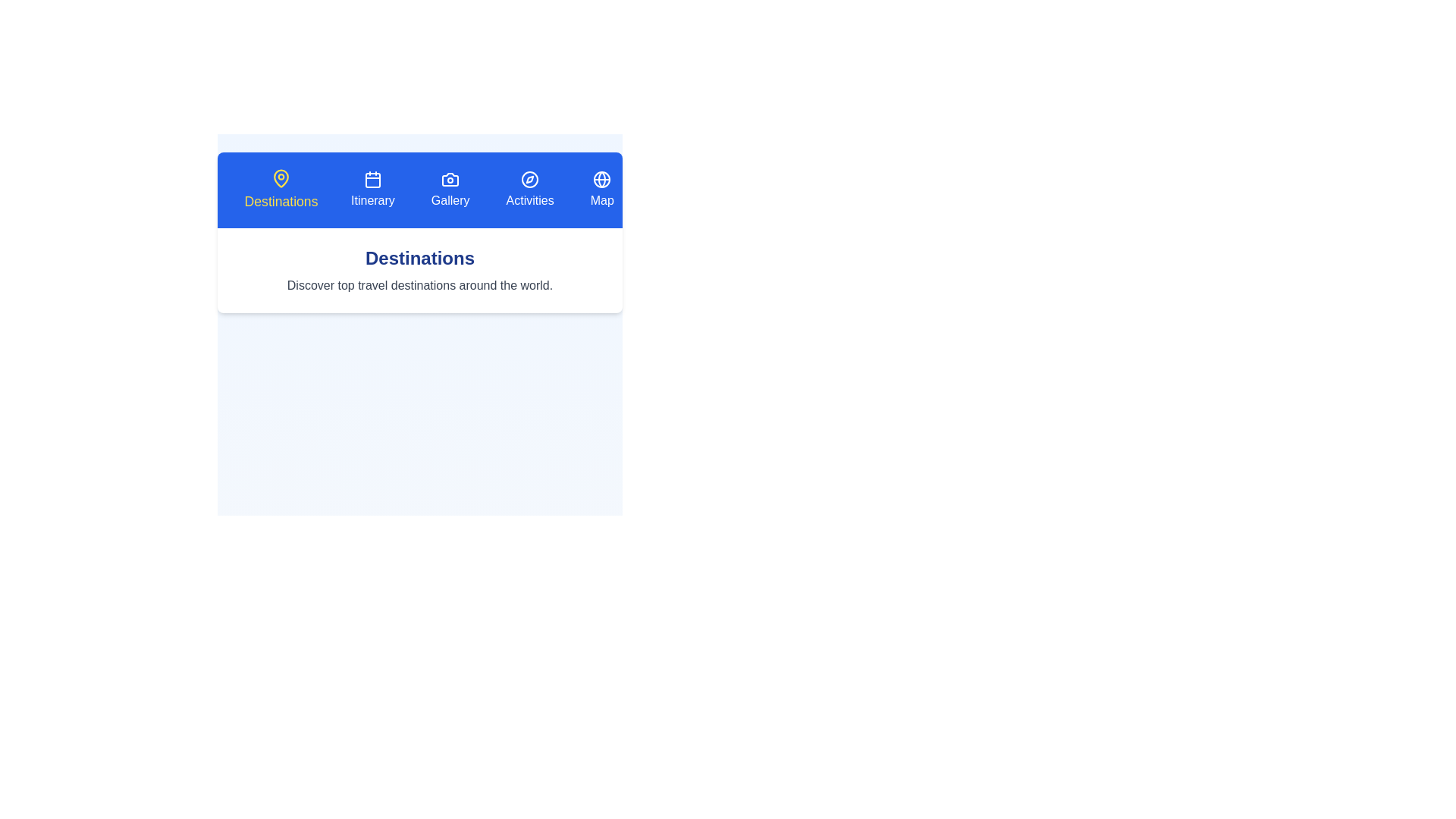 This screenshot has height=819, width=1456. What do you see at coordinates (419, 270) in the screenshot?
I see `text block introducing travel destinations, located centered under the blue horizontal navigation bar` at bounding box center [419, 270].